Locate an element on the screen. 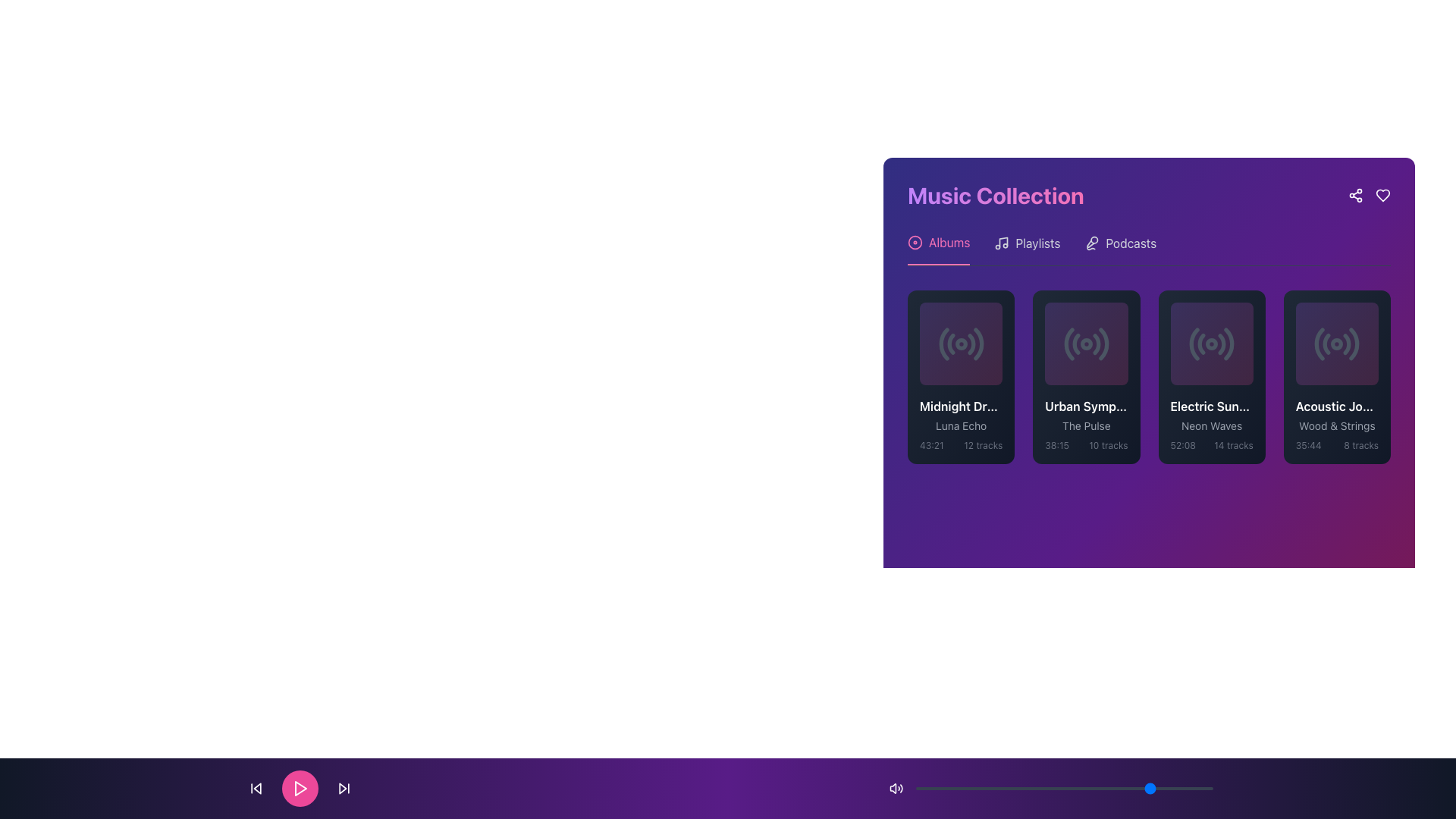  the text label styled as '8 tracks' in small gray font located at the bottom-right corner of the 'Acoustic Journeys' music card, adjacent to '35:44' is located at coordinates (1361, 445).